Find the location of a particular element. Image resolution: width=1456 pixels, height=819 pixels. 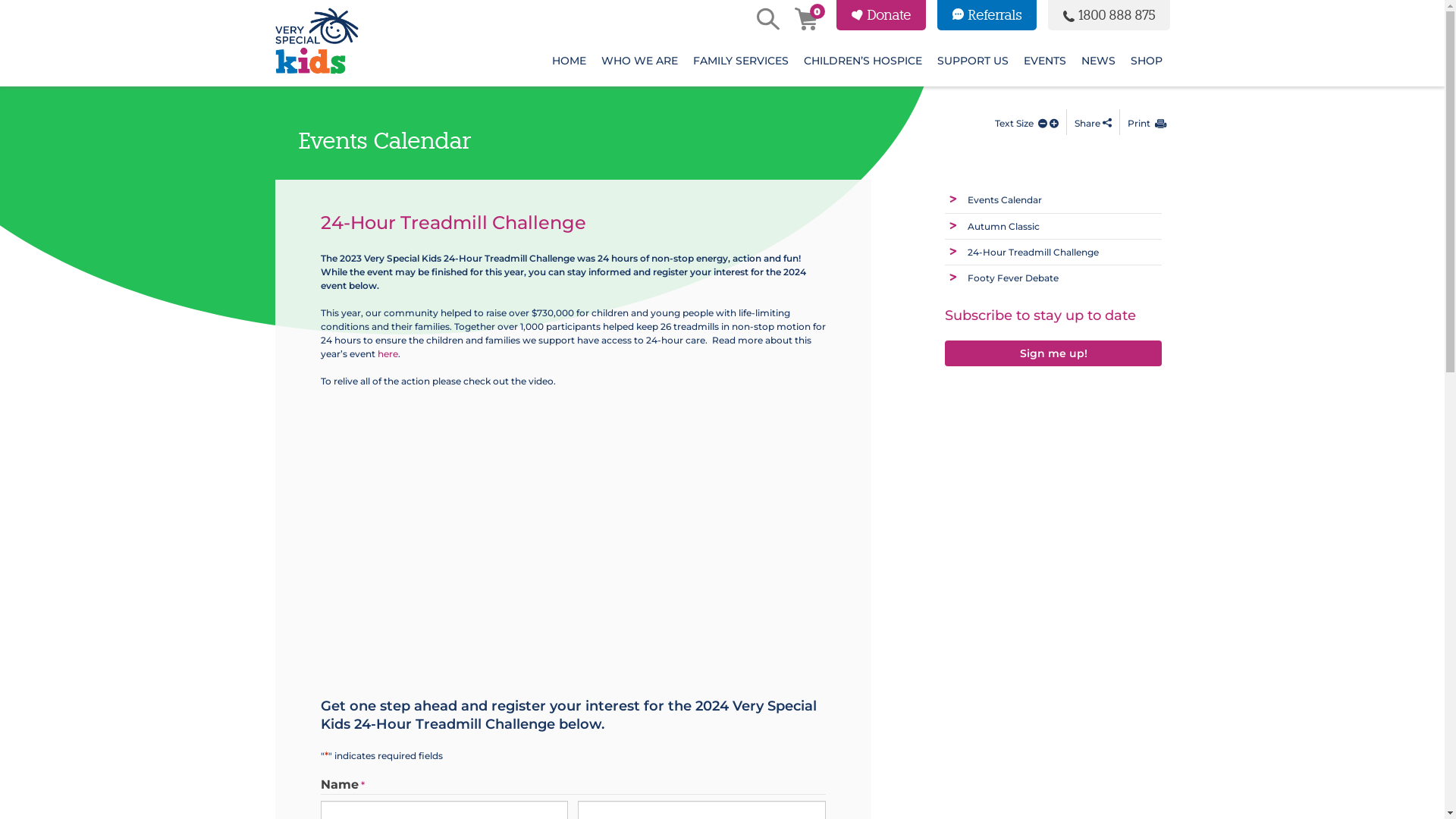

'here' is located at coordinates (388, 353).